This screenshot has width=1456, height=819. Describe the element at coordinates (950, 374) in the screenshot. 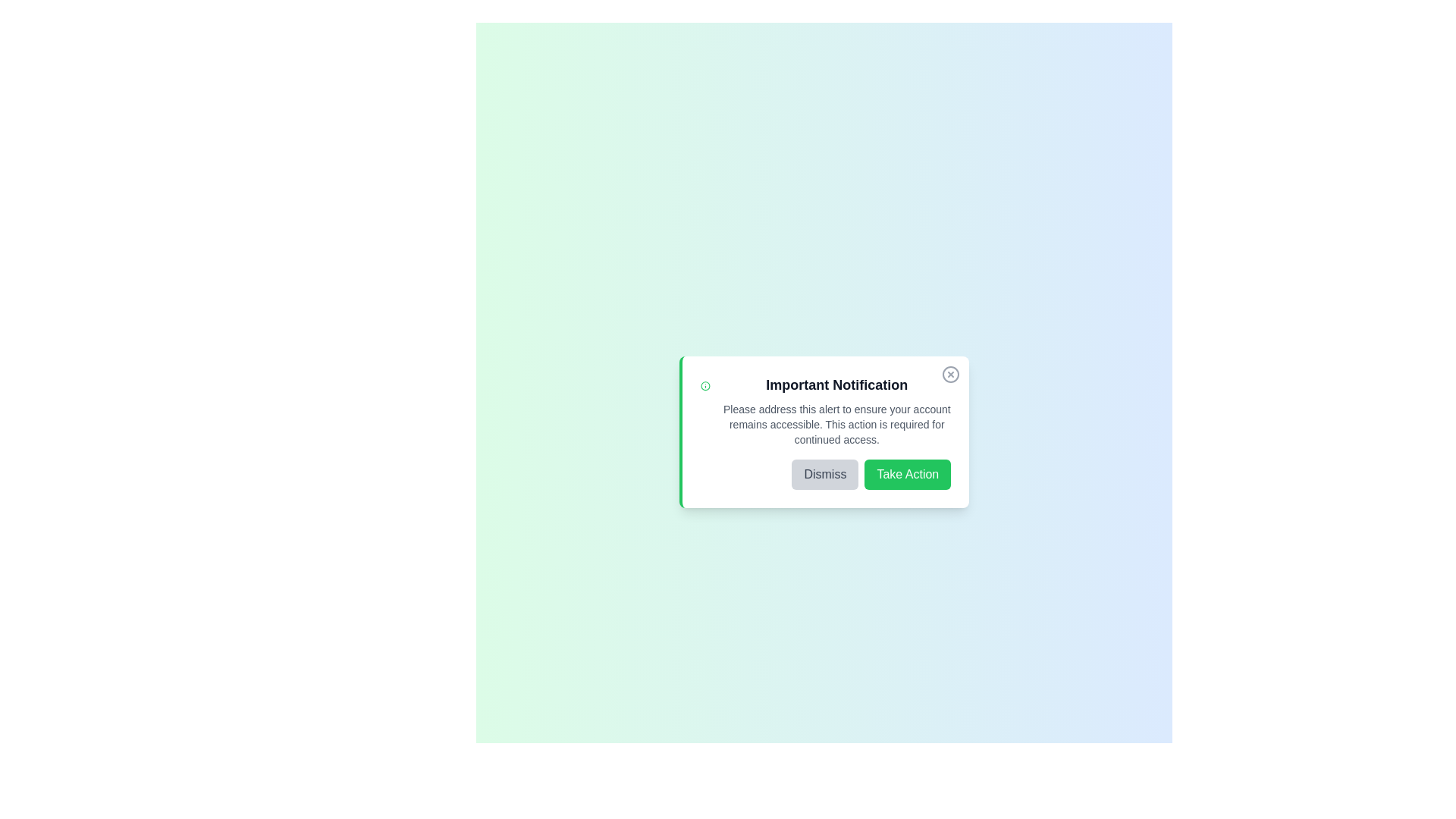

I see `the close button to hide the alert` at that location.